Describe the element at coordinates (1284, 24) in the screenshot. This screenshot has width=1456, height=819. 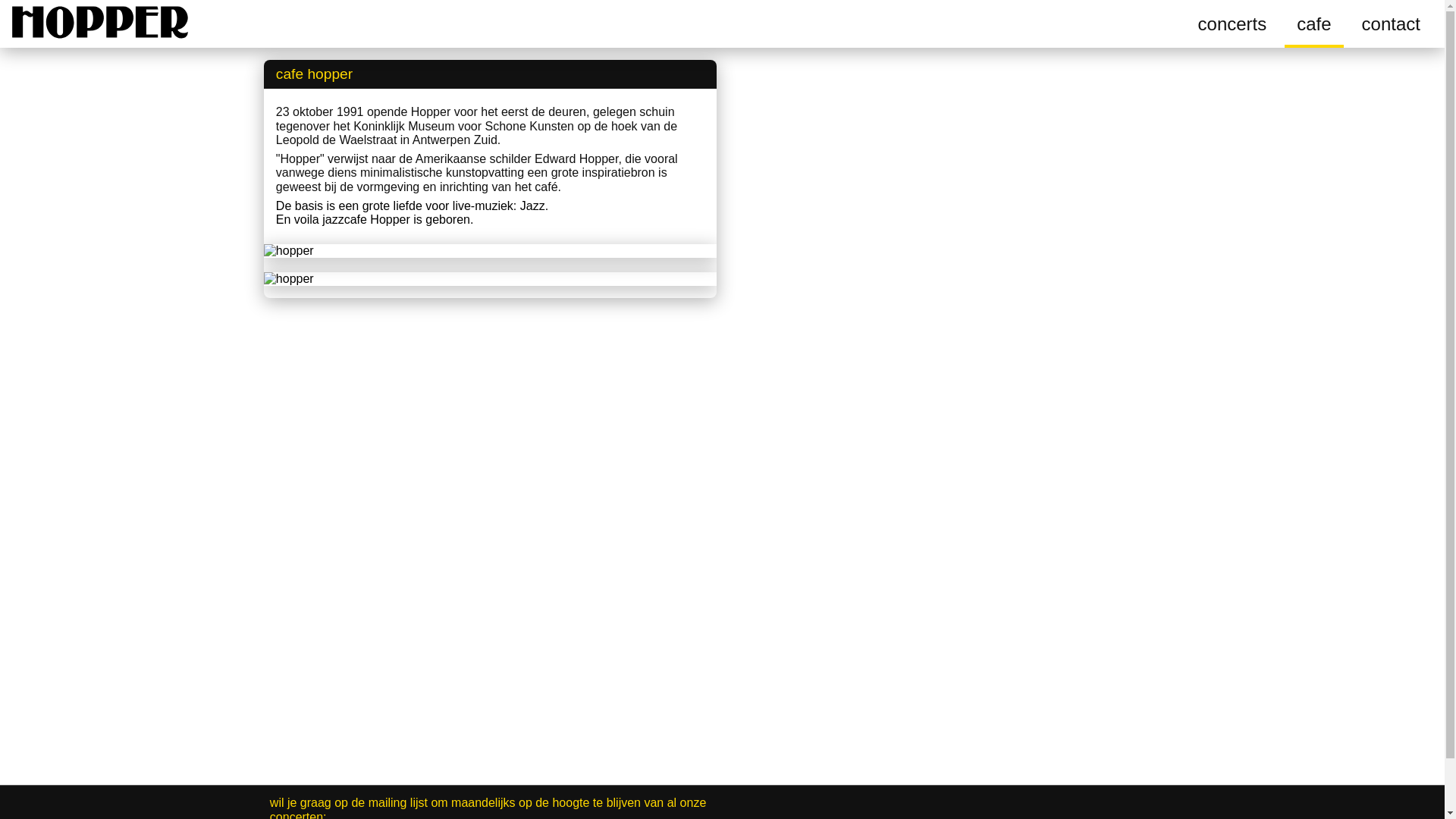
I see `'cafe'` at that location.